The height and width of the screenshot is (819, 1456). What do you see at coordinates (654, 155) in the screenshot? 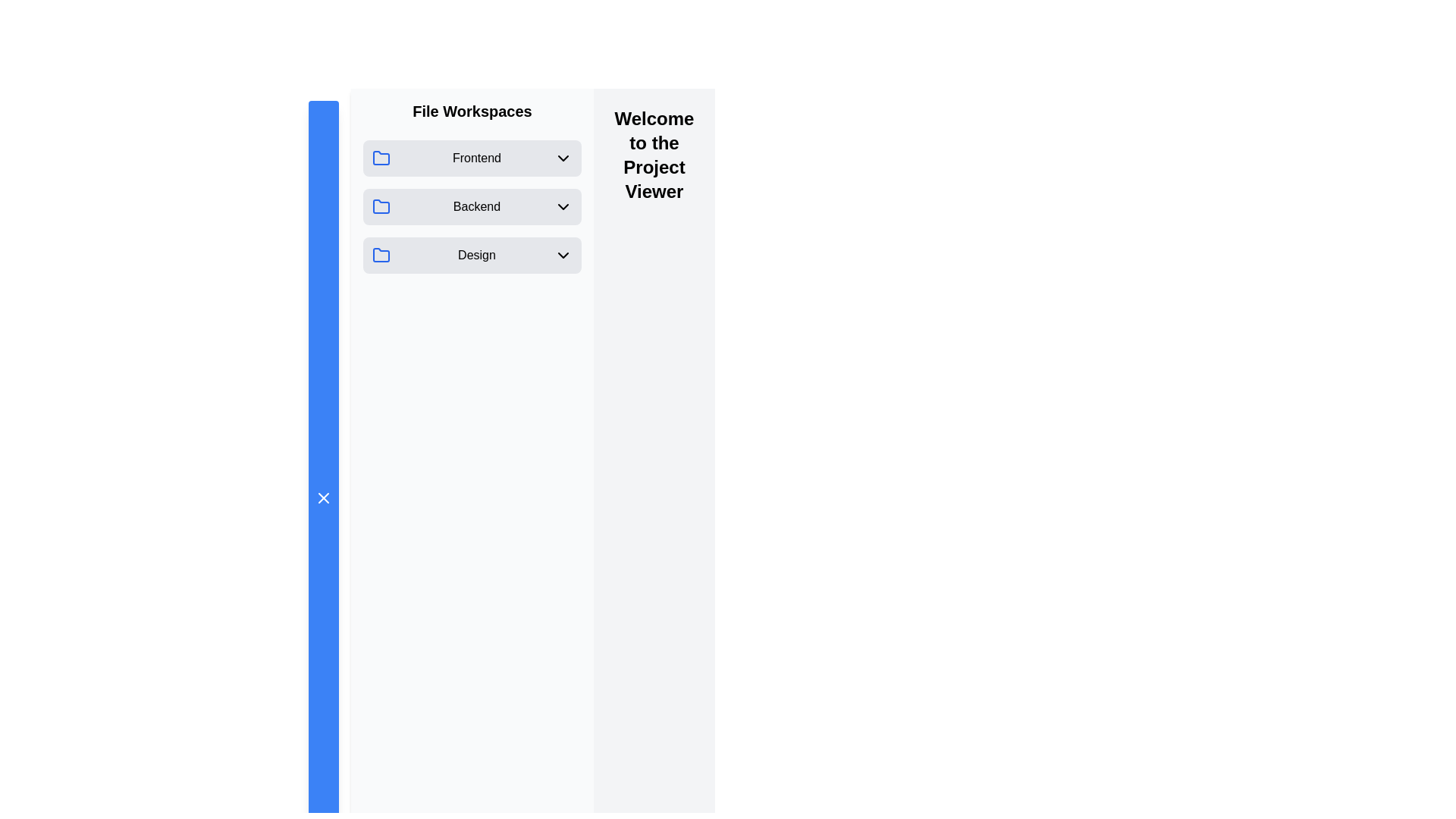
I see `text from the Text block displaying 'Welcome to the Project Viewer', which is styled with a bold large font size and located prominently on the right side of the layout` at bounding box center [654, 155].